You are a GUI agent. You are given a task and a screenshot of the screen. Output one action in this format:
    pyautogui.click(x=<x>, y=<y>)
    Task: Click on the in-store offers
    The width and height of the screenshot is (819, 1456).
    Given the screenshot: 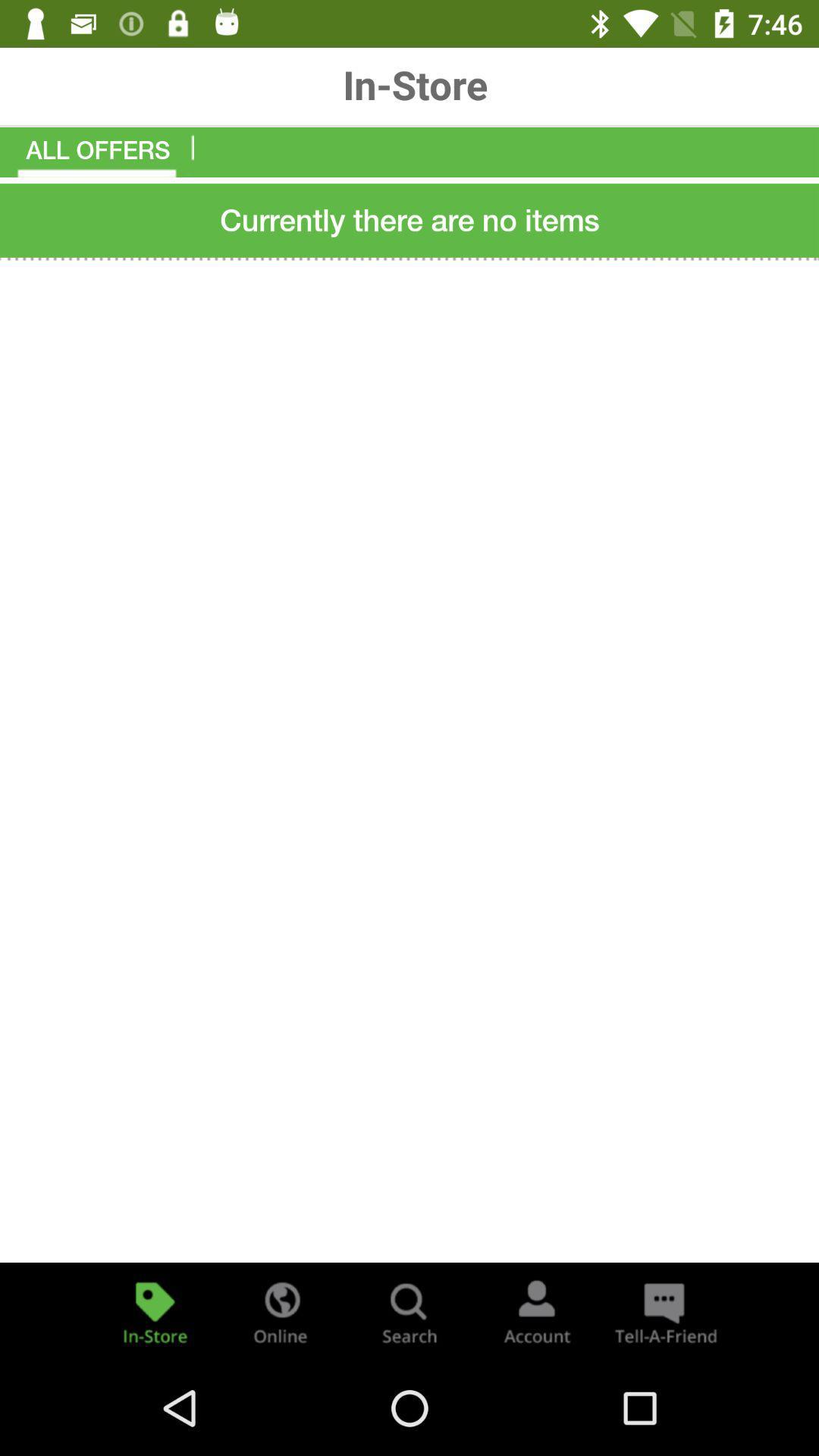 What is the action you would take?
    pyautogui.click(x=155, y=1310)
    